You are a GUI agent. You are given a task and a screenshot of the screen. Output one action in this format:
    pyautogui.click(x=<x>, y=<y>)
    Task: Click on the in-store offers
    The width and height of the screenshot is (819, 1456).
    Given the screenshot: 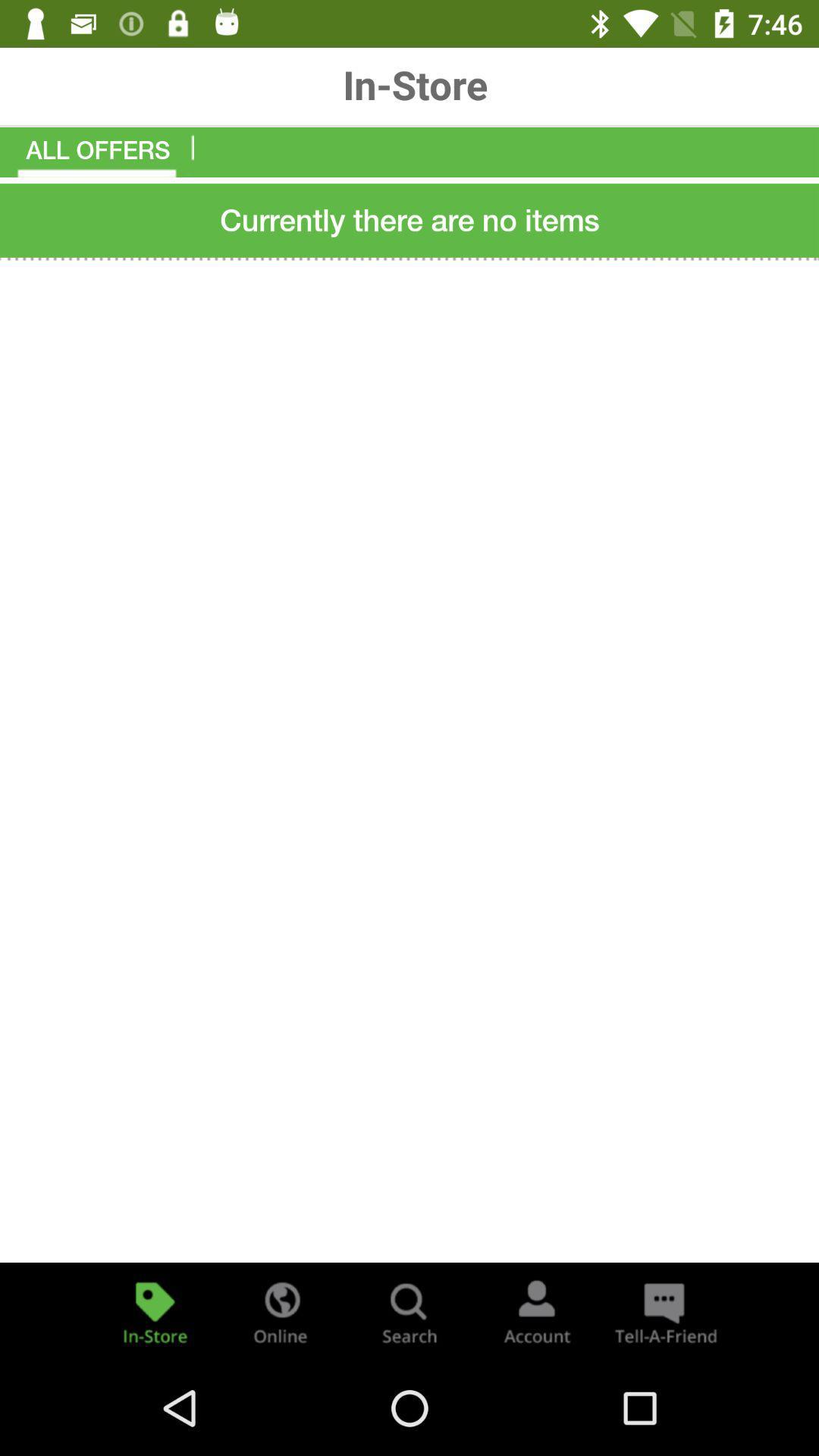 What is the action you would take?
    pyautogui.click(x=155, y=1310)
    